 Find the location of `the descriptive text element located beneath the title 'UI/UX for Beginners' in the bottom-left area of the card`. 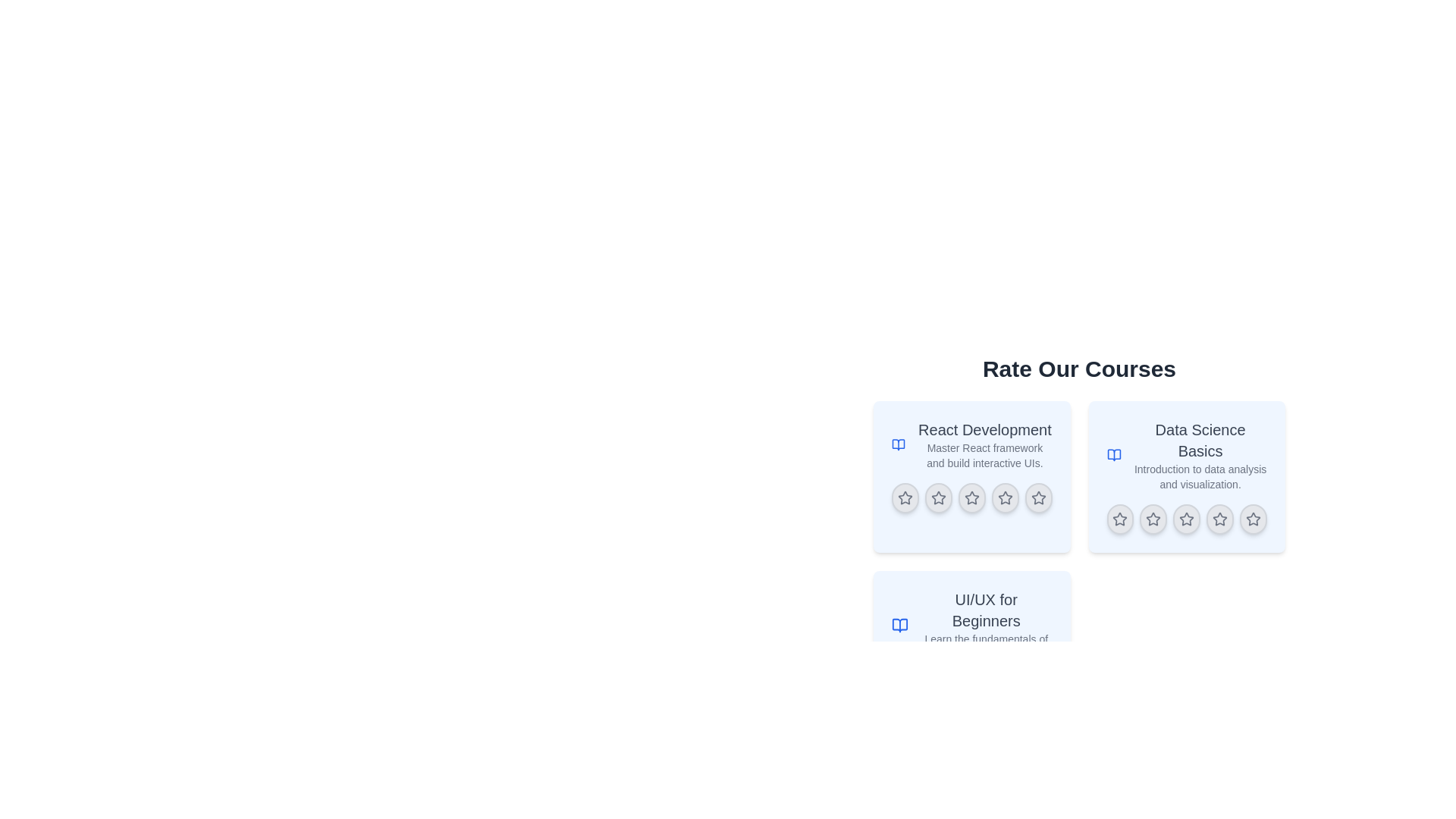

the descriptive text element located beneath the title 'UI/UX for Beginners' in the bottom-left area of the card is located at coordinates (986, 646).